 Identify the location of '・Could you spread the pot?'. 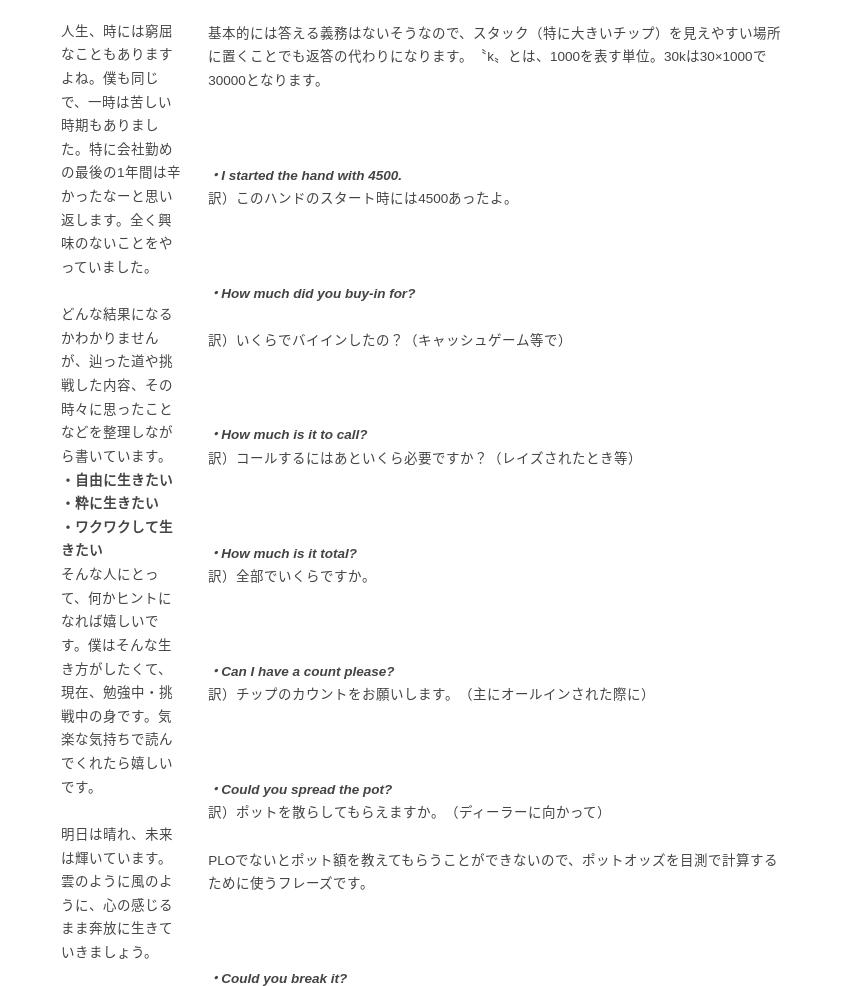
(206, 788).